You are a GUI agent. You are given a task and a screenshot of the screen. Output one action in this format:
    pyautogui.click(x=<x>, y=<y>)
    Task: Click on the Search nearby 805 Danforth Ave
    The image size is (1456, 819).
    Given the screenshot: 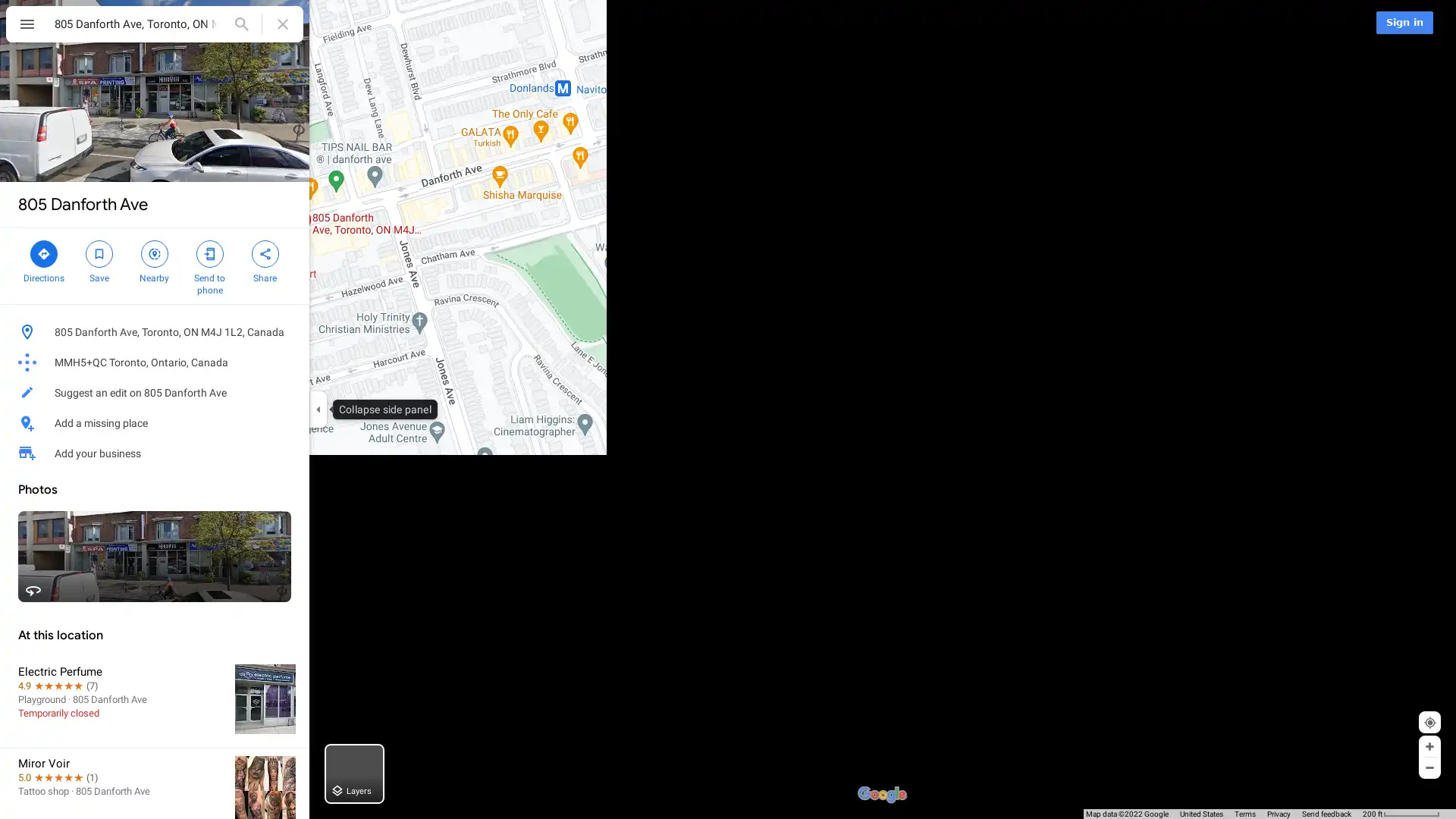 What is the action you would take?
    pyautogui.click(x=154, y=259)
    